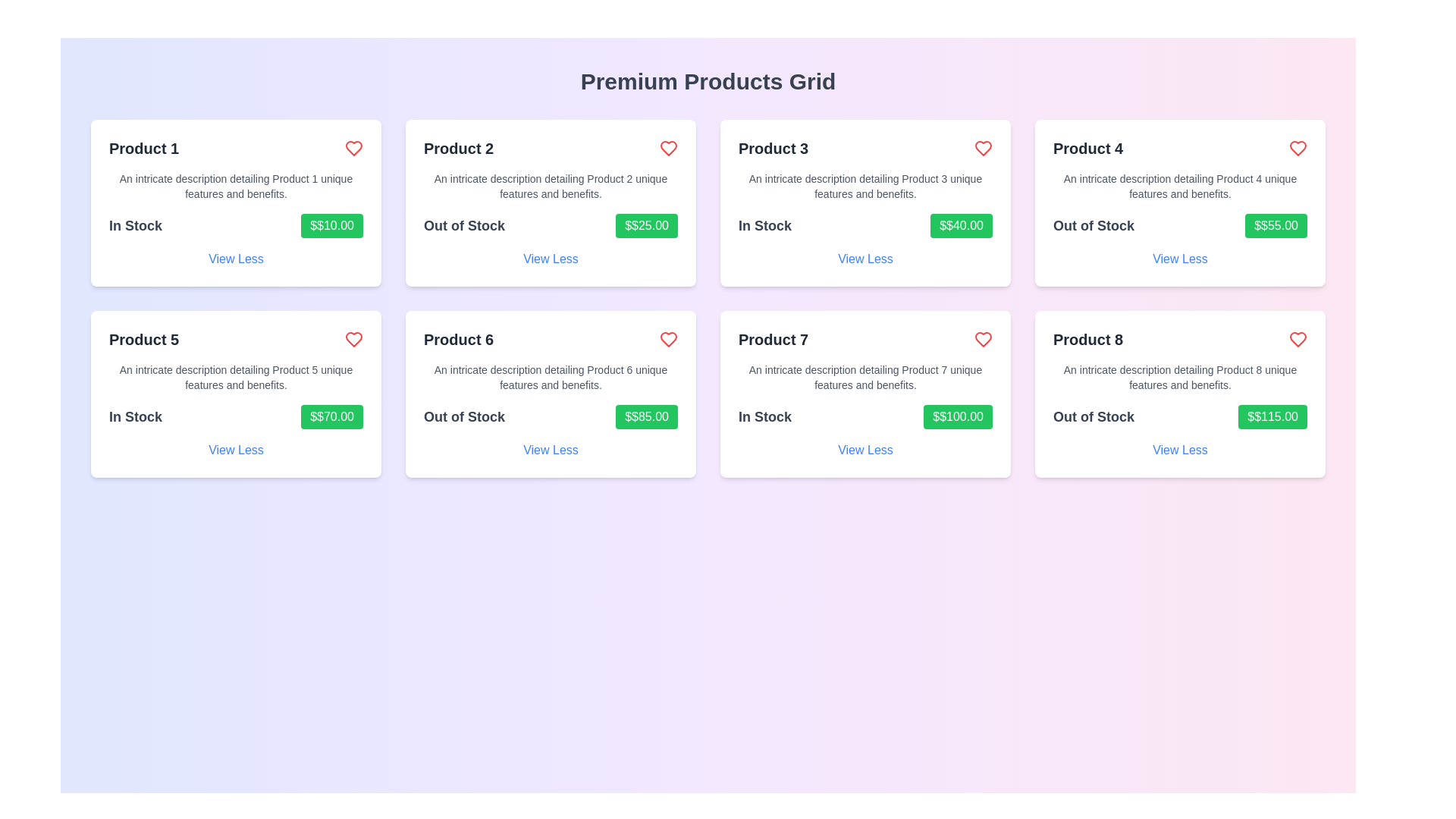 The height and width of the screenshot is (819, 1456). Describe the element at coordinates (708, 82) in the screenshot. I see `the centered header text 'Premium Products Grid' which is styled in large bold font and positioned at the top center of the interface with a gradient background` at that location.